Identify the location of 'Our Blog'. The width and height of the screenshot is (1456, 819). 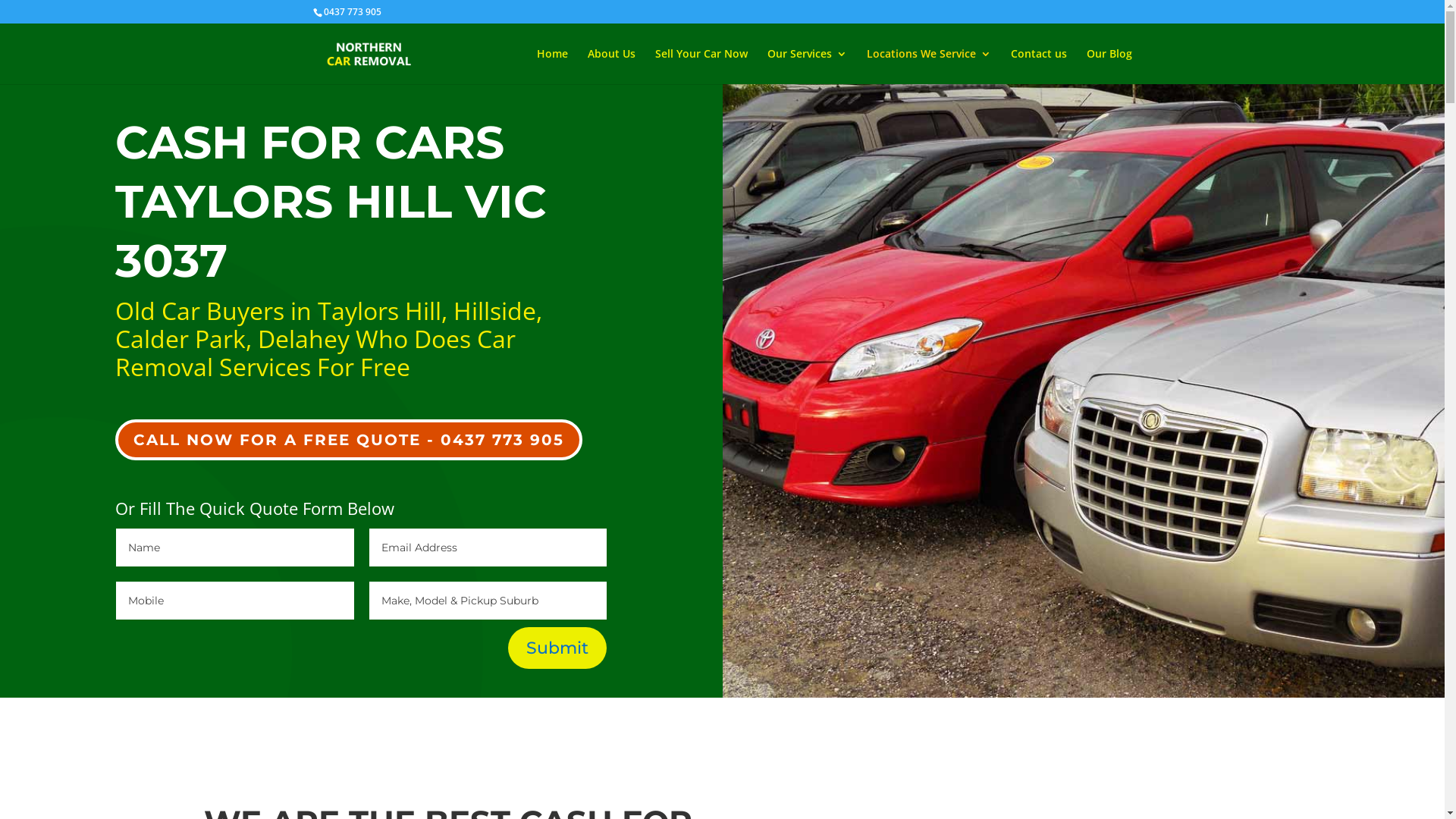
(1109, 65).